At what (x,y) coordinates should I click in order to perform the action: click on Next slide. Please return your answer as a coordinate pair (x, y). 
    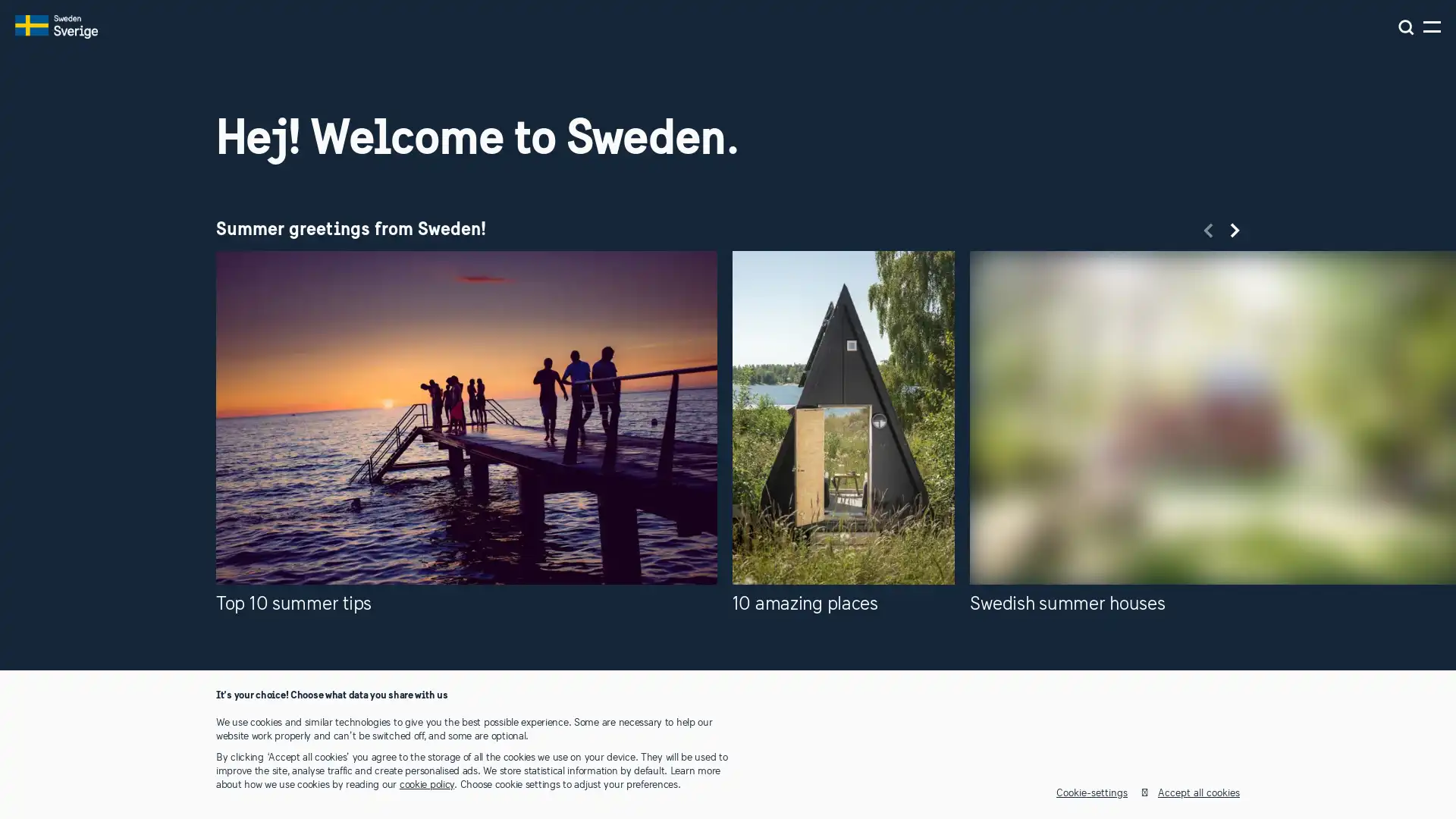
    Looking at the image, I should click on (1235, 230).